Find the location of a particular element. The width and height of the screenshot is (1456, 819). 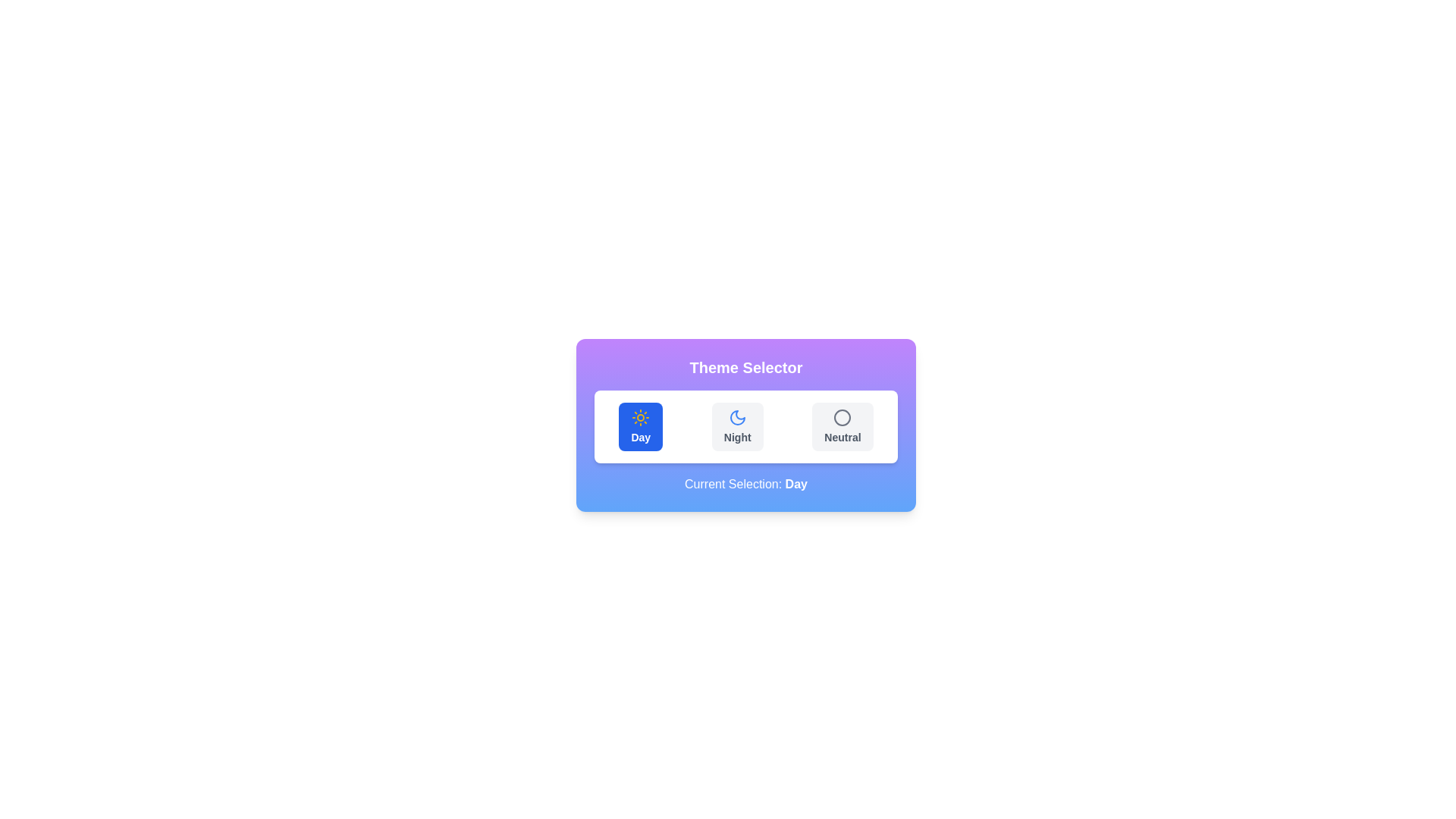

the 'Night' text label which indicates the theme selection for 'Night' mode, located in the middle button of the theme selector UI below a moon icon is located at coordinates (737, 438).